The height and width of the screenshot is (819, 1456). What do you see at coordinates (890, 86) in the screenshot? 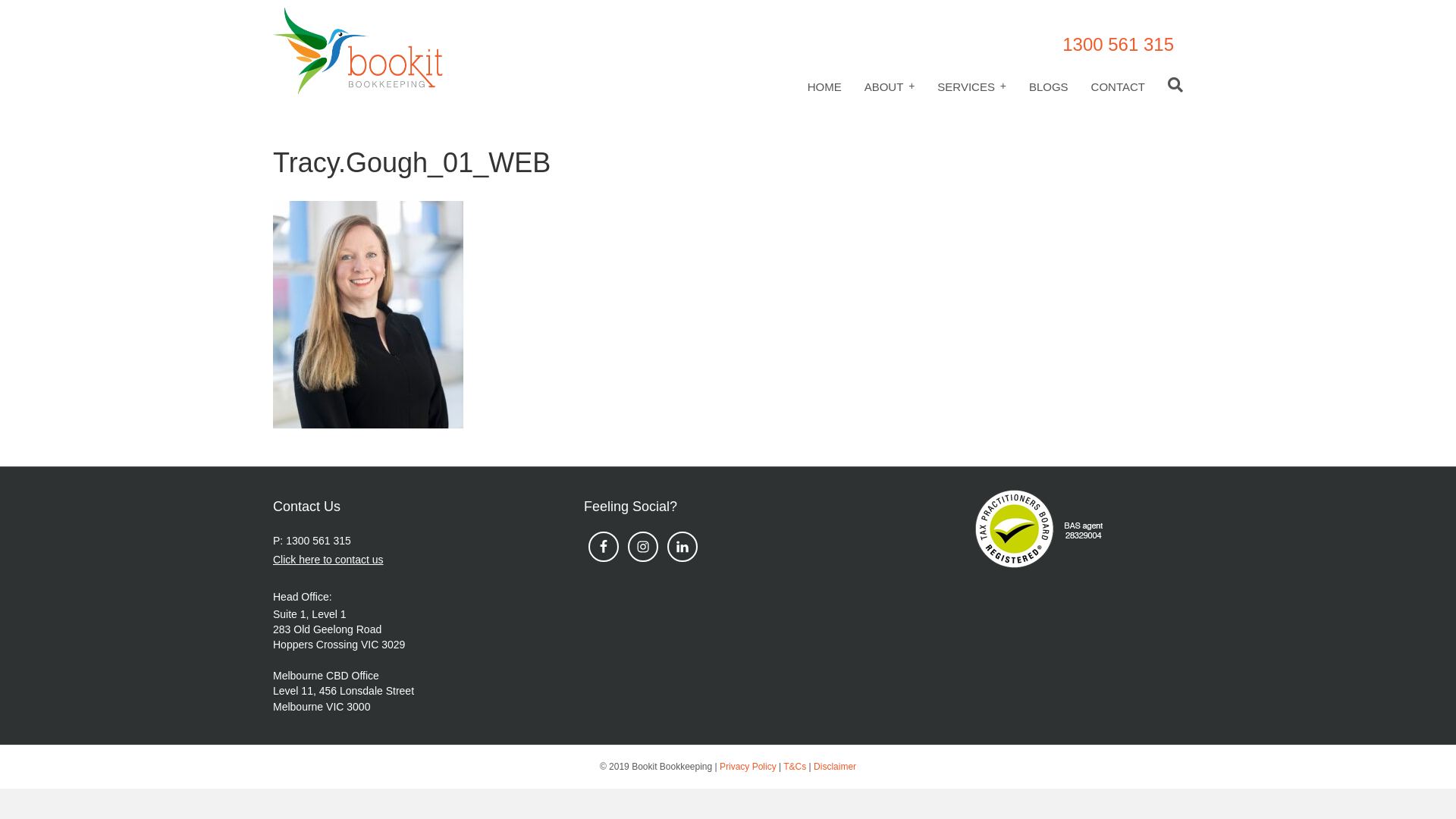
I see `'ABOUT'` at bounding box center [890, 86].